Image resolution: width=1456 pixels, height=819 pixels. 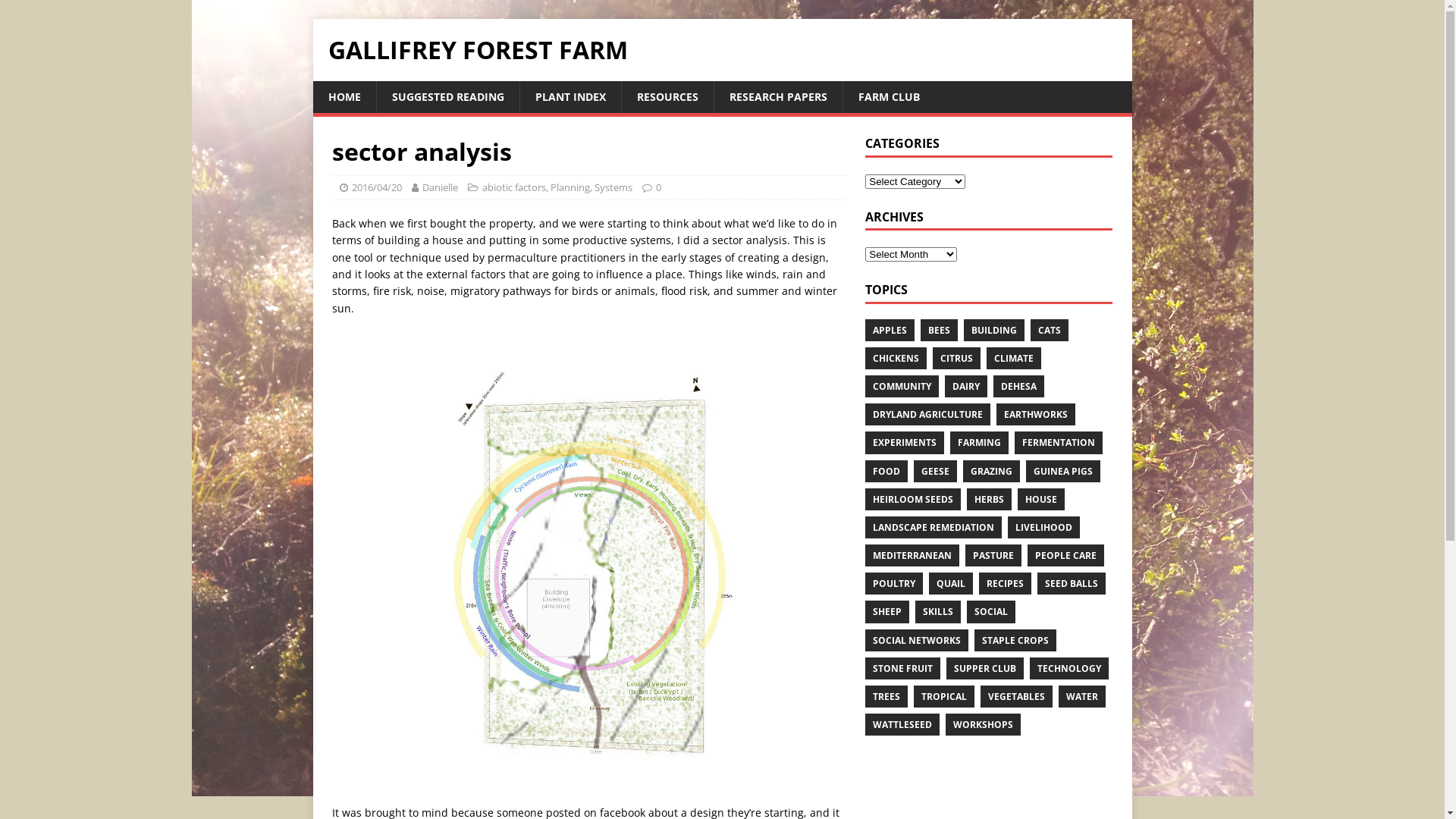 What do you see at coordinates (886, 469) in the screenshot?
I see `'FOOD'` at bounding box center [886, 469].